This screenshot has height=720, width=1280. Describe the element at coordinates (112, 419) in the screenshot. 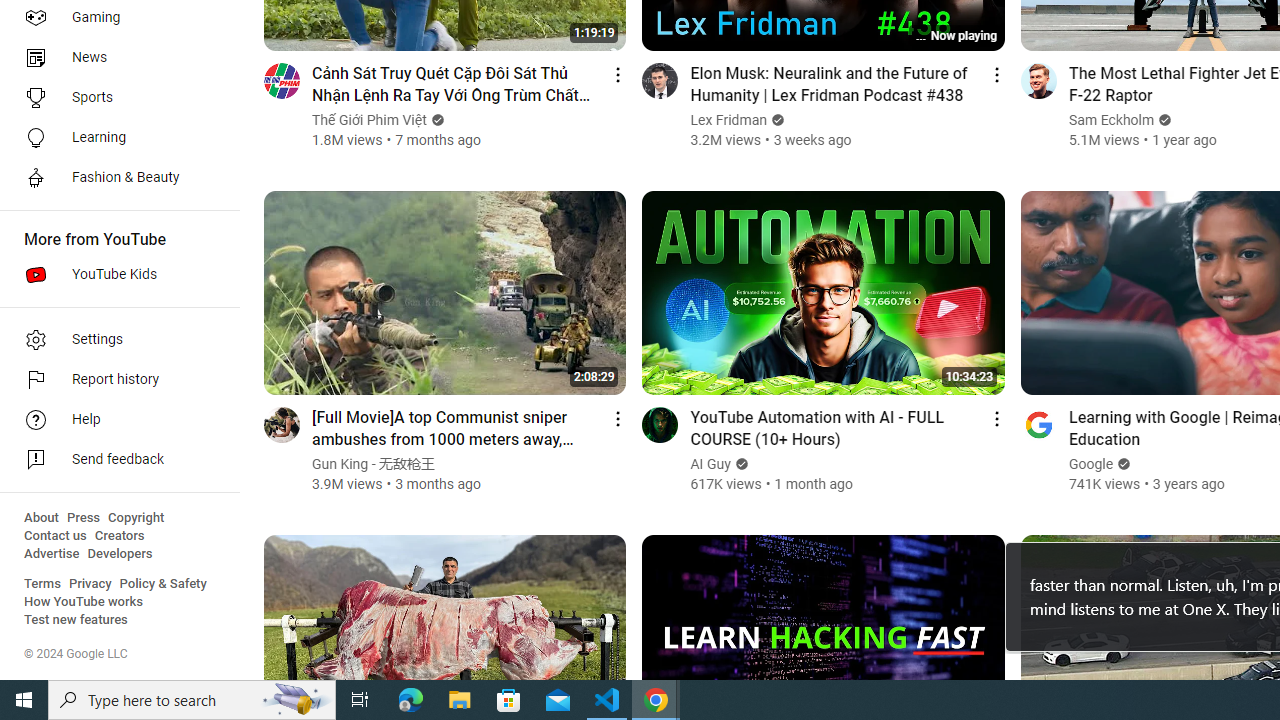

I see `'Help'` at that location.